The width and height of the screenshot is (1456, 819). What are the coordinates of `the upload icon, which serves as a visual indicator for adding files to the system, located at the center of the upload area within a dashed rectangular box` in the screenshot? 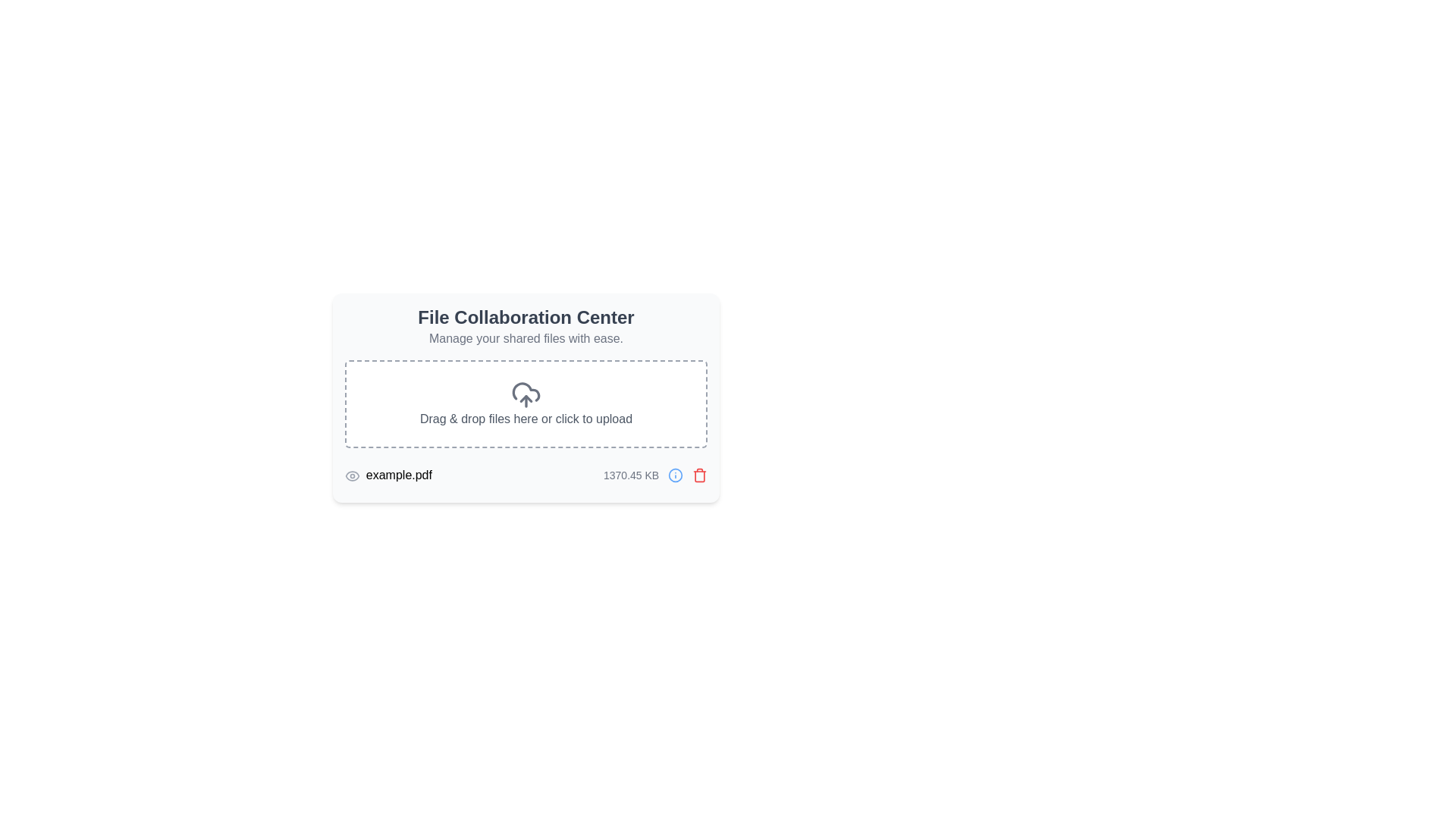 It's located at (526, 394).